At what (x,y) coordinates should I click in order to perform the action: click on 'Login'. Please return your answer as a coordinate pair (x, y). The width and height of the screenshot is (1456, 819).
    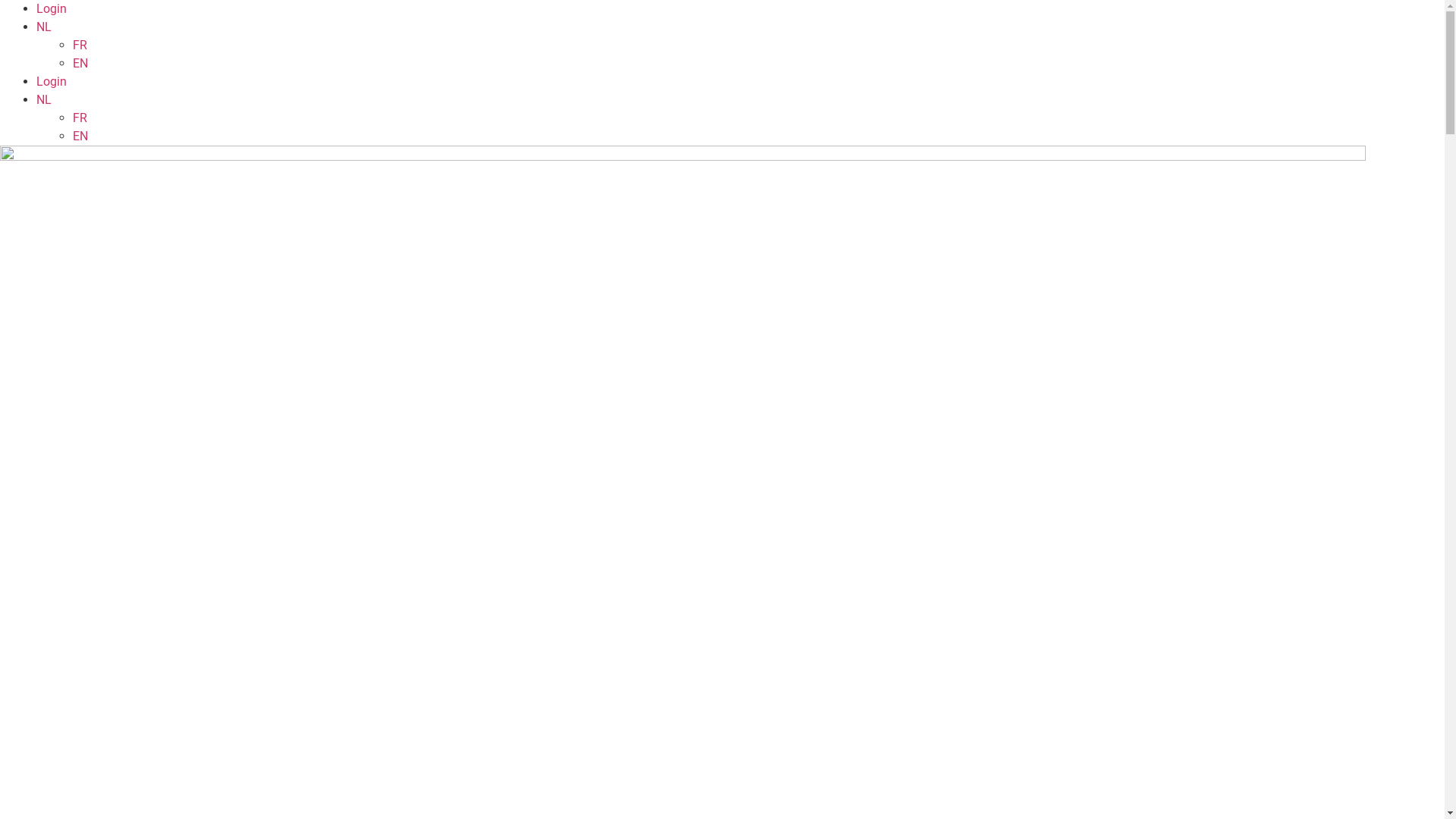
    Looking at the image, I should click on (51, 8).